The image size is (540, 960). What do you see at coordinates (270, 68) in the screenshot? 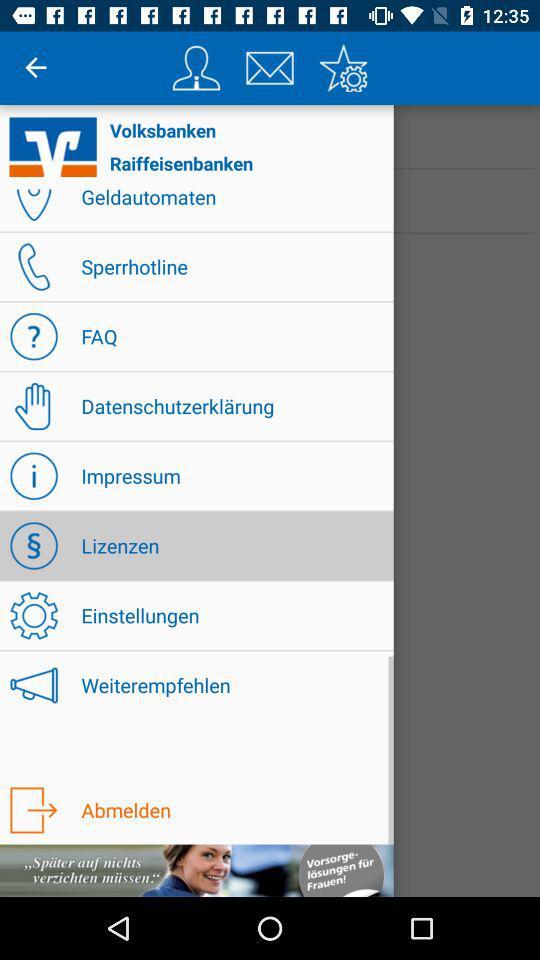
I see `the second icon from the top left` at bounding box center [270, 68].